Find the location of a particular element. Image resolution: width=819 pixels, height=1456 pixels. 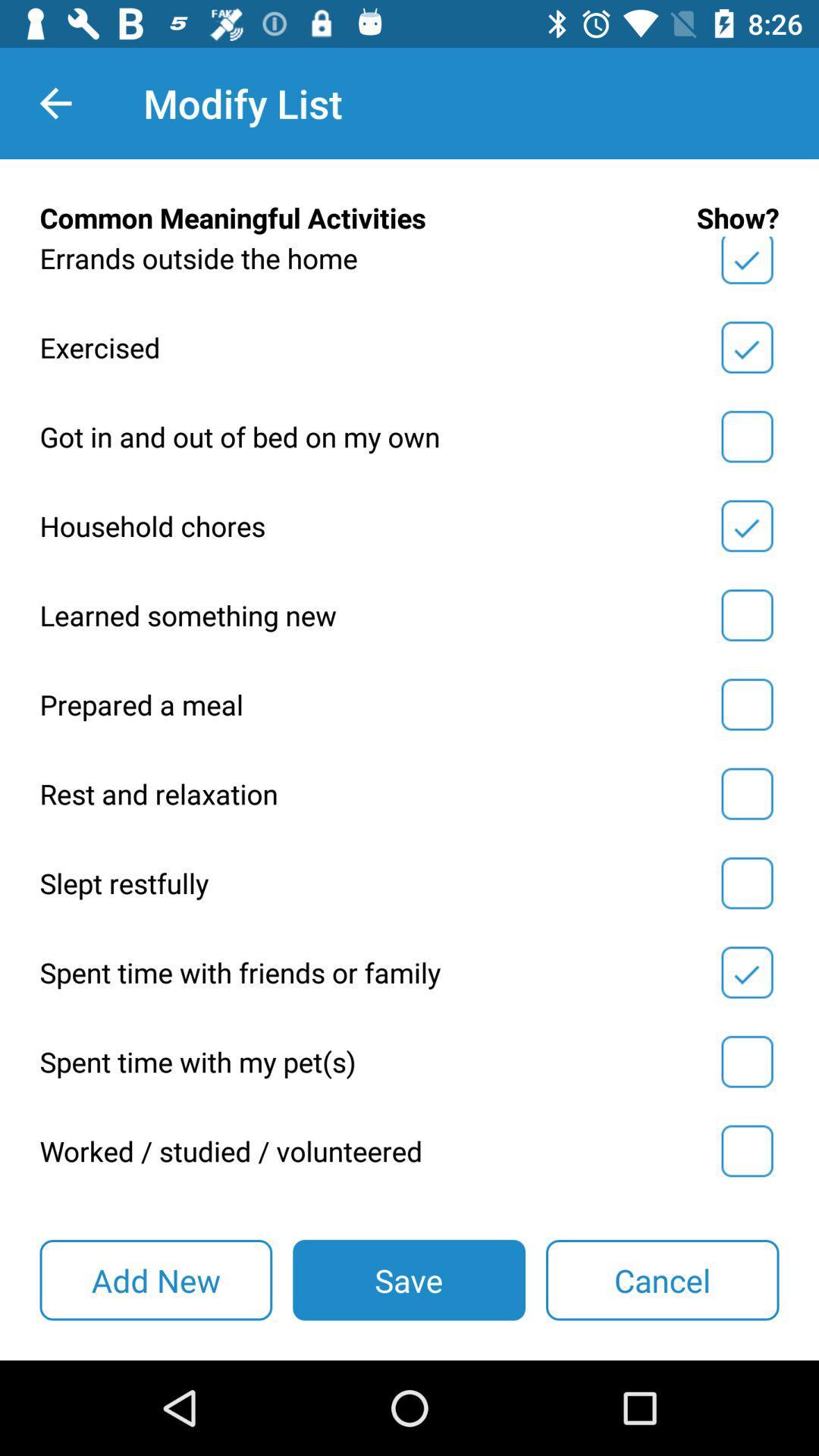

show option is located at coordinates (746, 263).